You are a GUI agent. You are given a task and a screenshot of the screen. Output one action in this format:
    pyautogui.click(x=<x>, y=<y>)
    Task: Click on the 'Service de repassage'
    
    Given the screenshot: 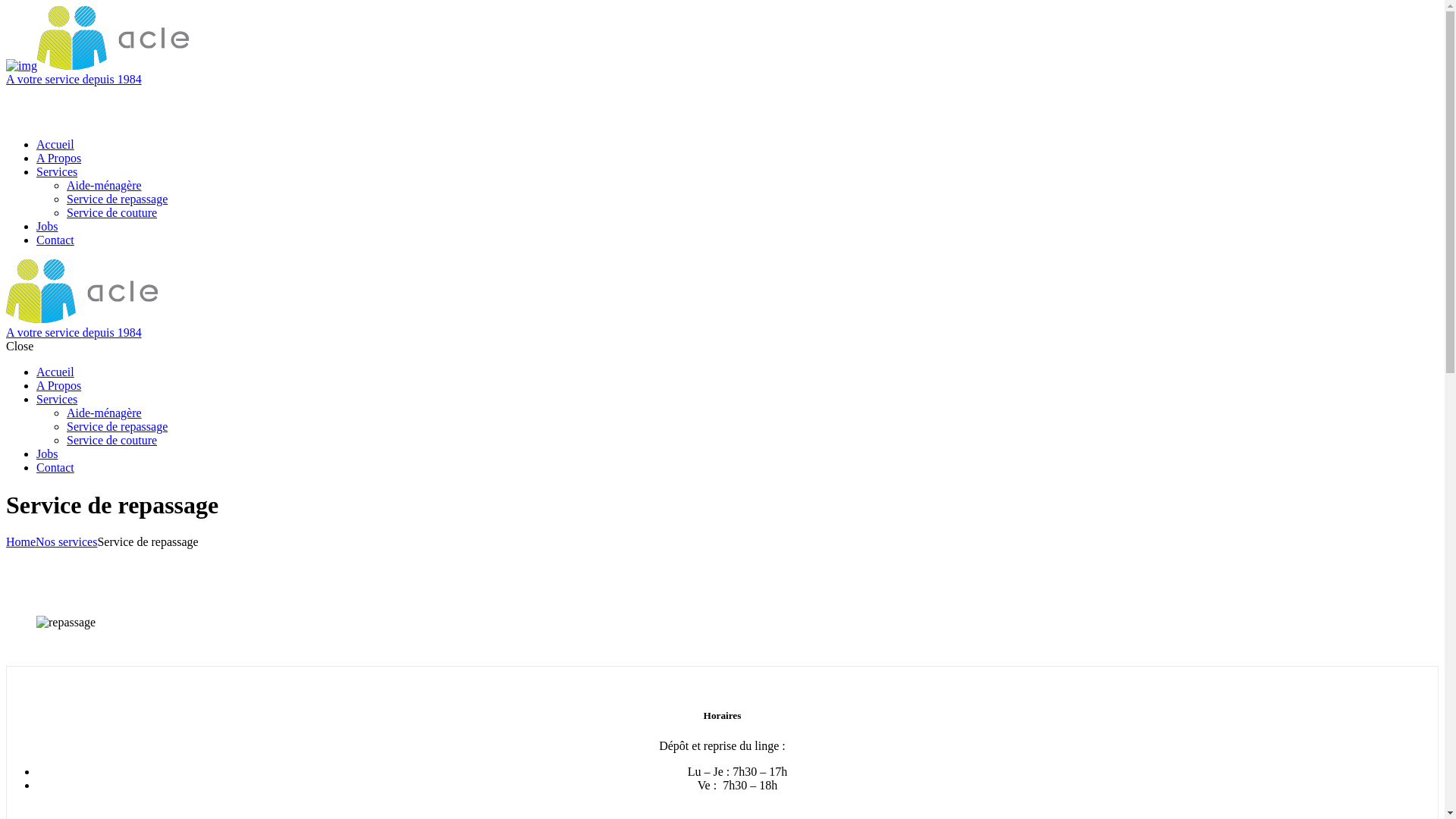 What is the action you would take?
    pyautogui.click(x=65, y=426)
    